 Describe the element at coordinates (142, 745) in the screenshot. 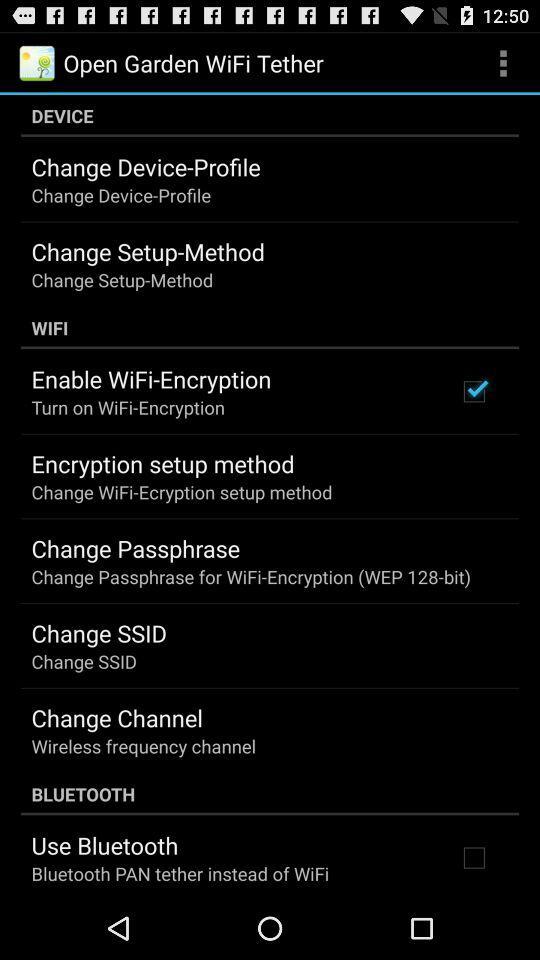

I see `the icon below change channel item` at that location.